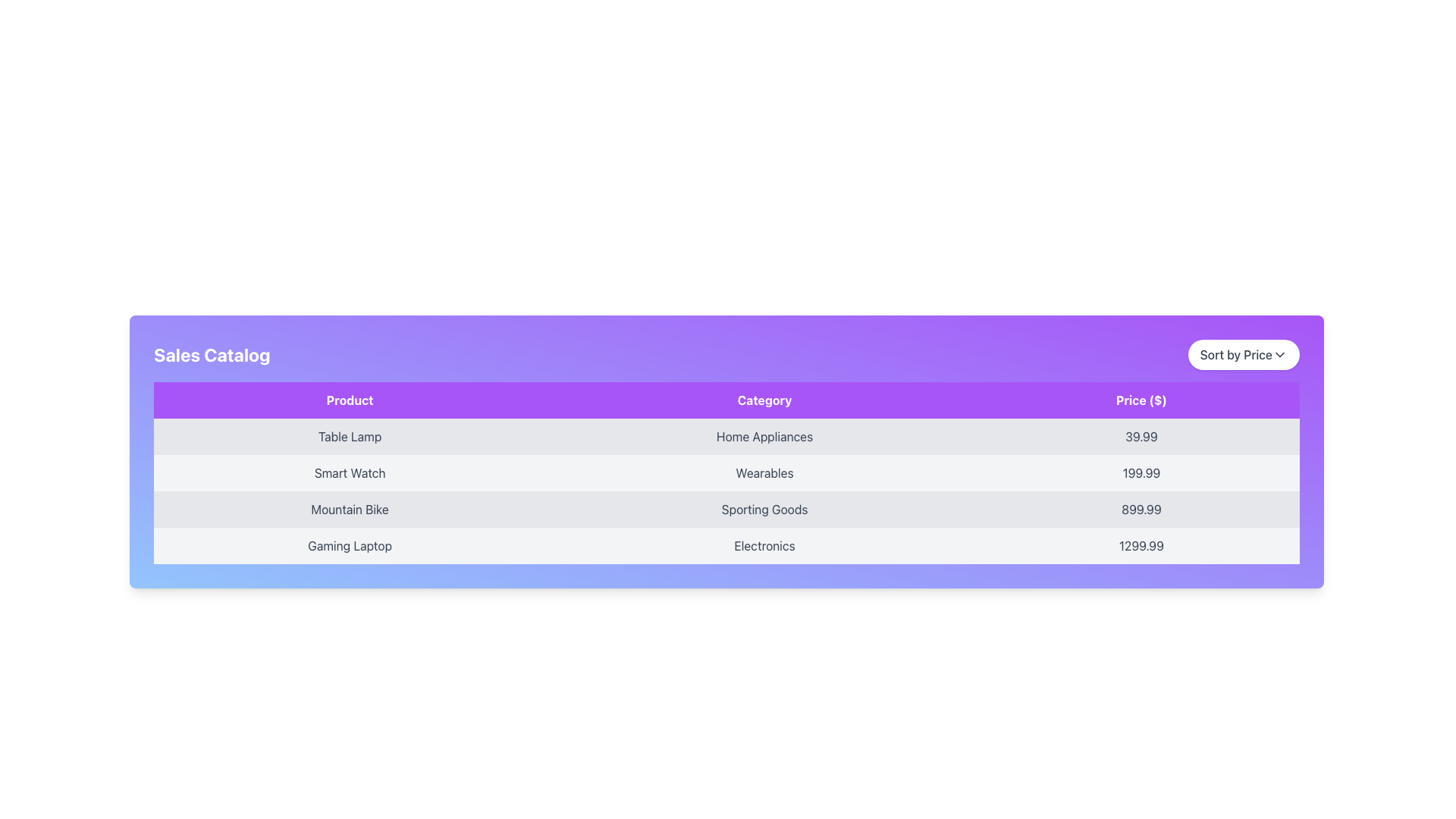  Describe the element at coordinates (349, 436) in the screenshot. I see `the Text Label displaying 'Table Lamp' in the product catalog table, which is positioned in the first cell of its row` at that location.